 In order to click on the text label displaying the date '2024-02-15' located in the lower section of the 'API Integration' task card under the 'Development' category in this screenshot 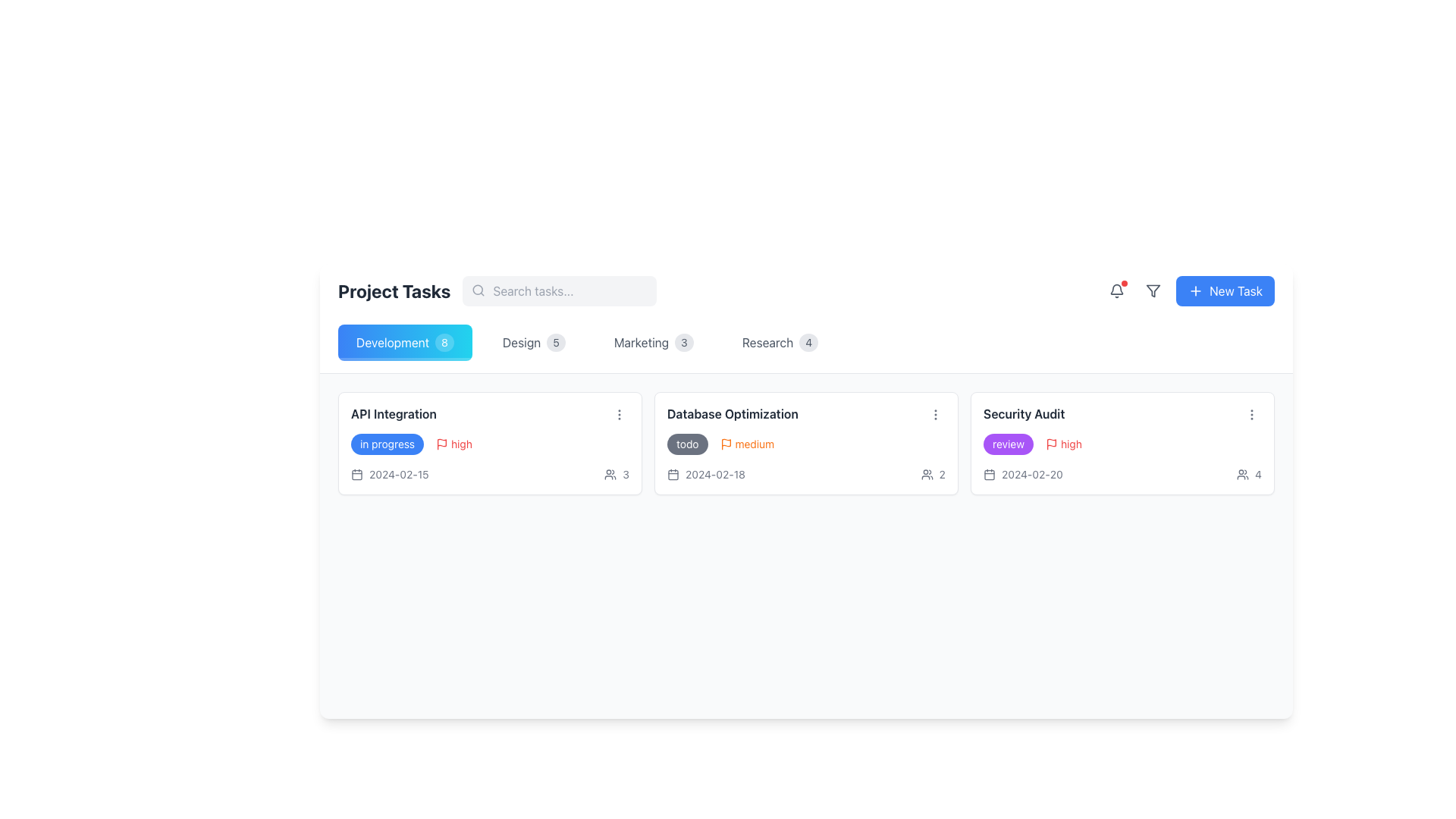, I will do `click(399, 473)`.